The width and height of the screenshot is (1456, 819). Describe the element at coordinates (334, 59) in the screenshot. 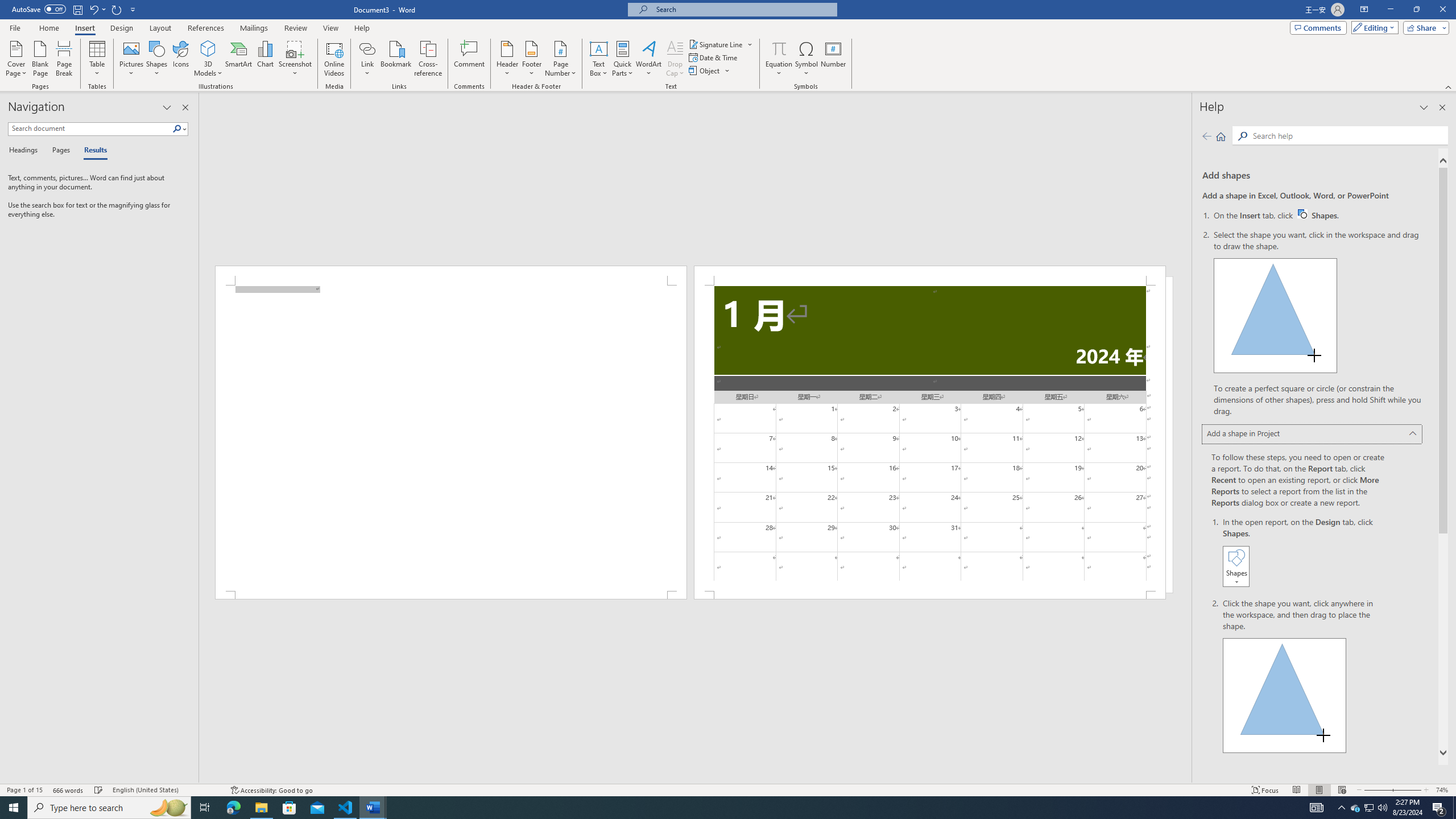

I see `'Online Videos...'` at that location.